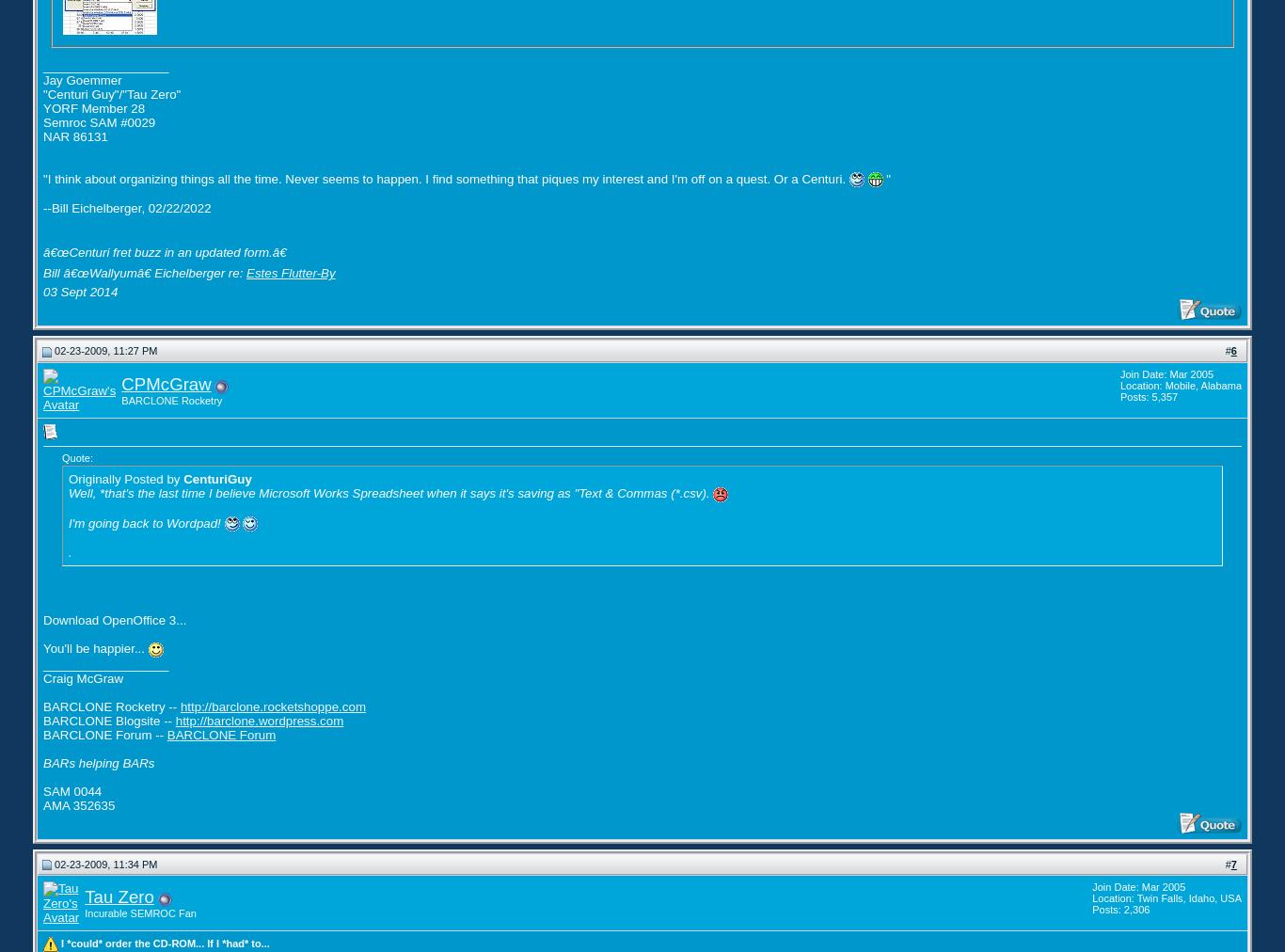  What do you see at coordinates (290, 272) in the screenshot?
I see `'Estes Flutter-By'` at bounding box center [290, 272].